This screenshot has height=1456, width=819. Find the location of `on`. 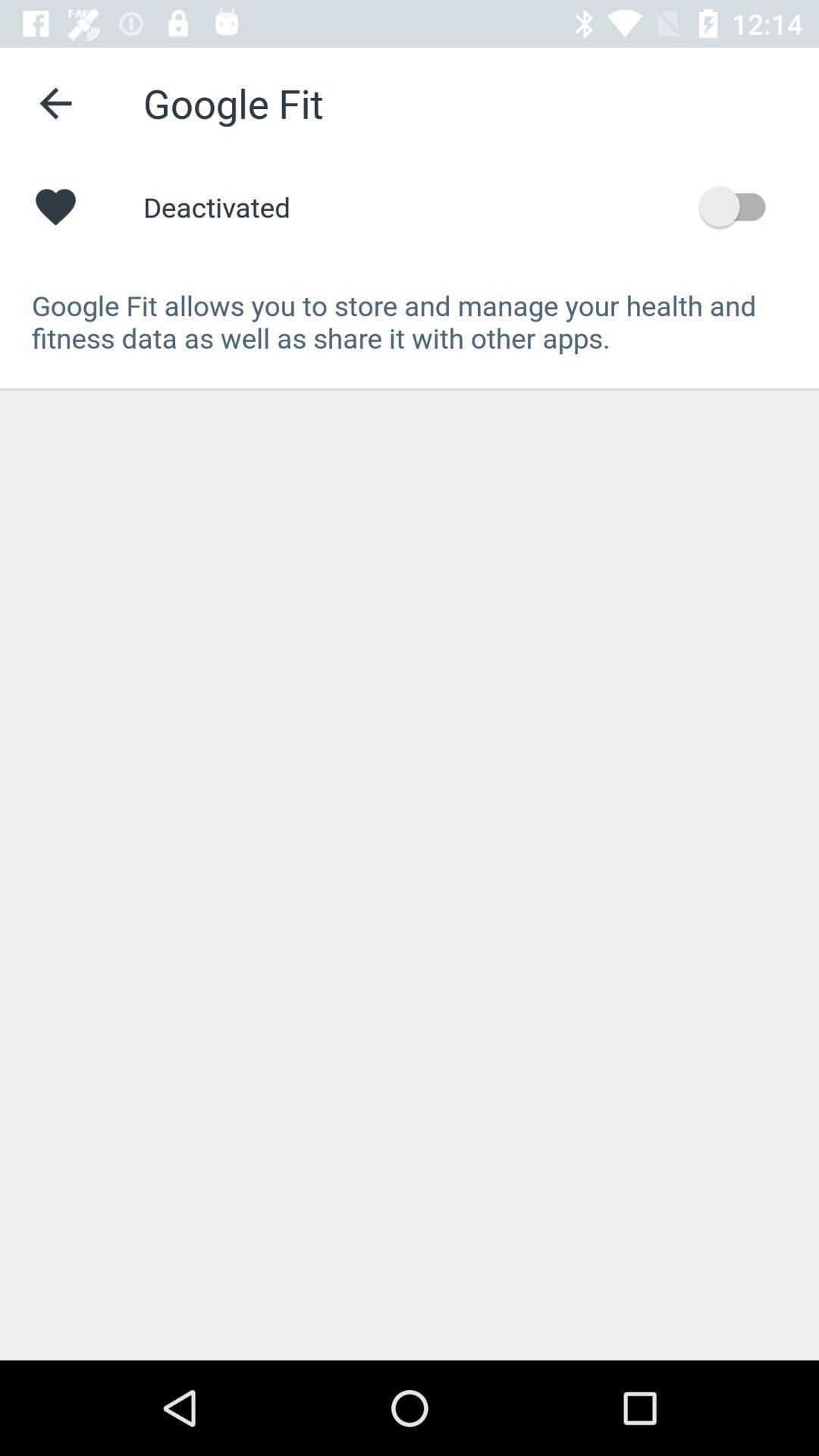

on is located at coordinates (739, 206).